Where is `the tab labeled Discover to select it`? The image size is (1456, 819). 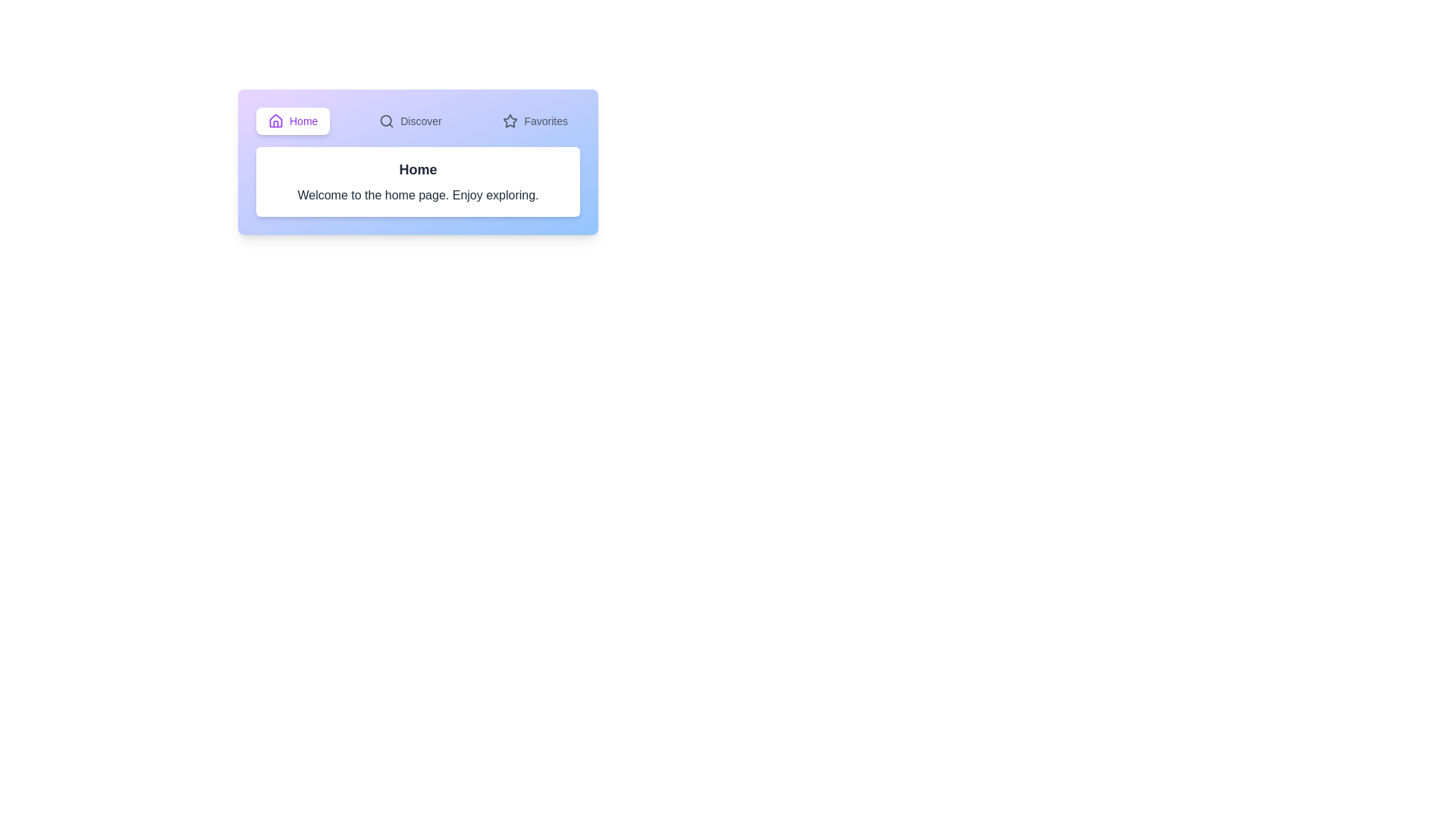 the tab labeled Discover to select it is located at coordinates (410, 120).